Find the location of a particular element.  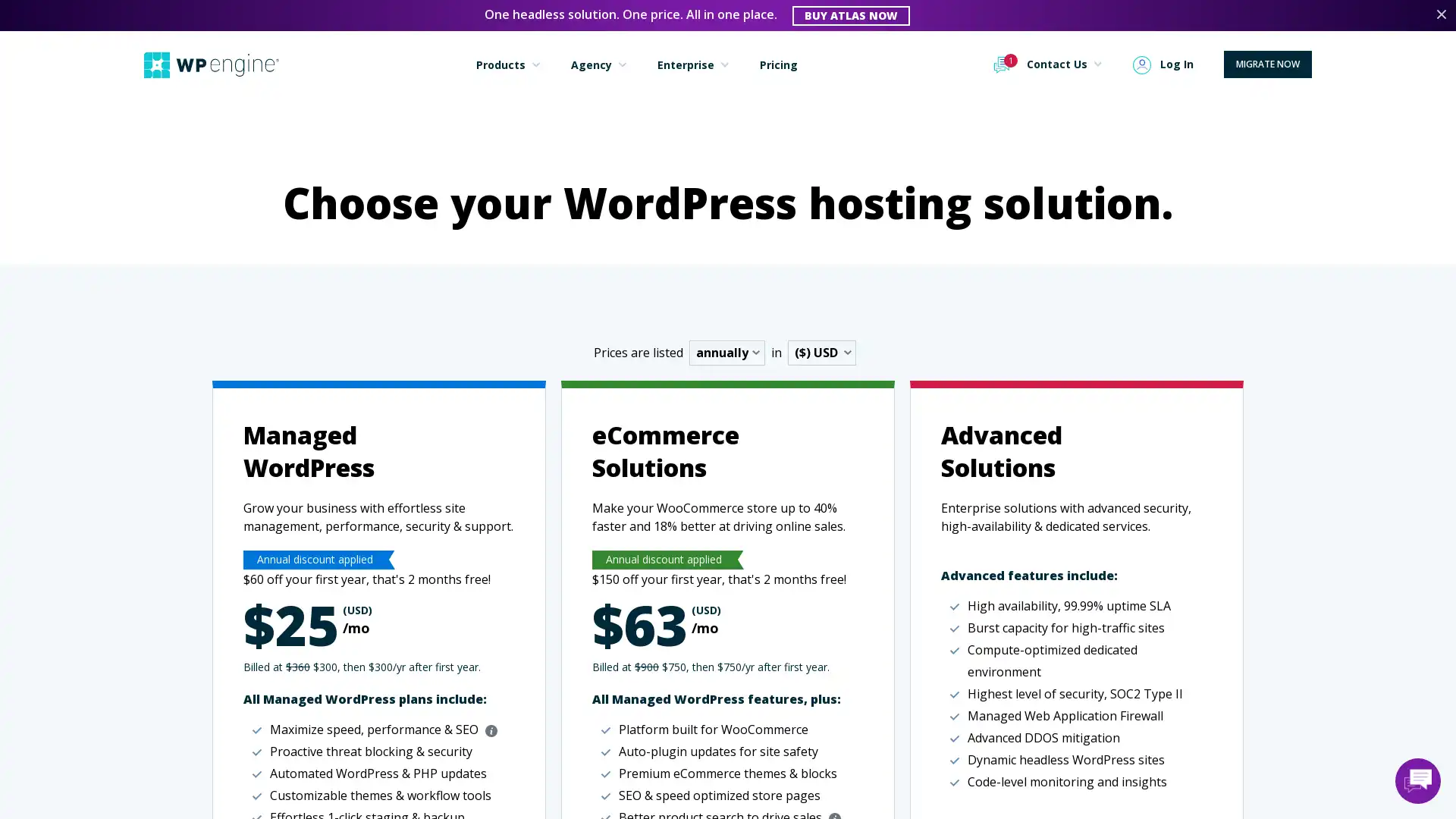

BUY ATLAS NOW is located at coordinates (851, 15).